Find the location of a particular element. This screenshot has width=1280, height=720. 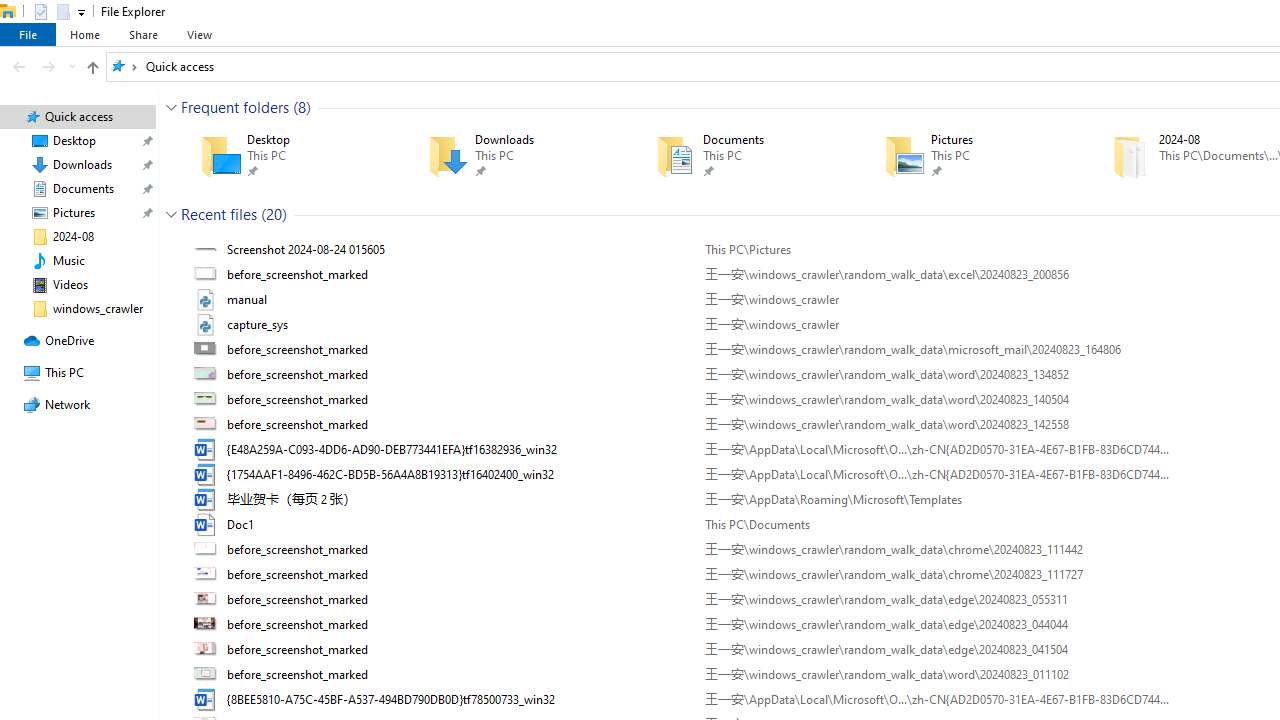

'Downloads' is located at coordinates (513, 155).